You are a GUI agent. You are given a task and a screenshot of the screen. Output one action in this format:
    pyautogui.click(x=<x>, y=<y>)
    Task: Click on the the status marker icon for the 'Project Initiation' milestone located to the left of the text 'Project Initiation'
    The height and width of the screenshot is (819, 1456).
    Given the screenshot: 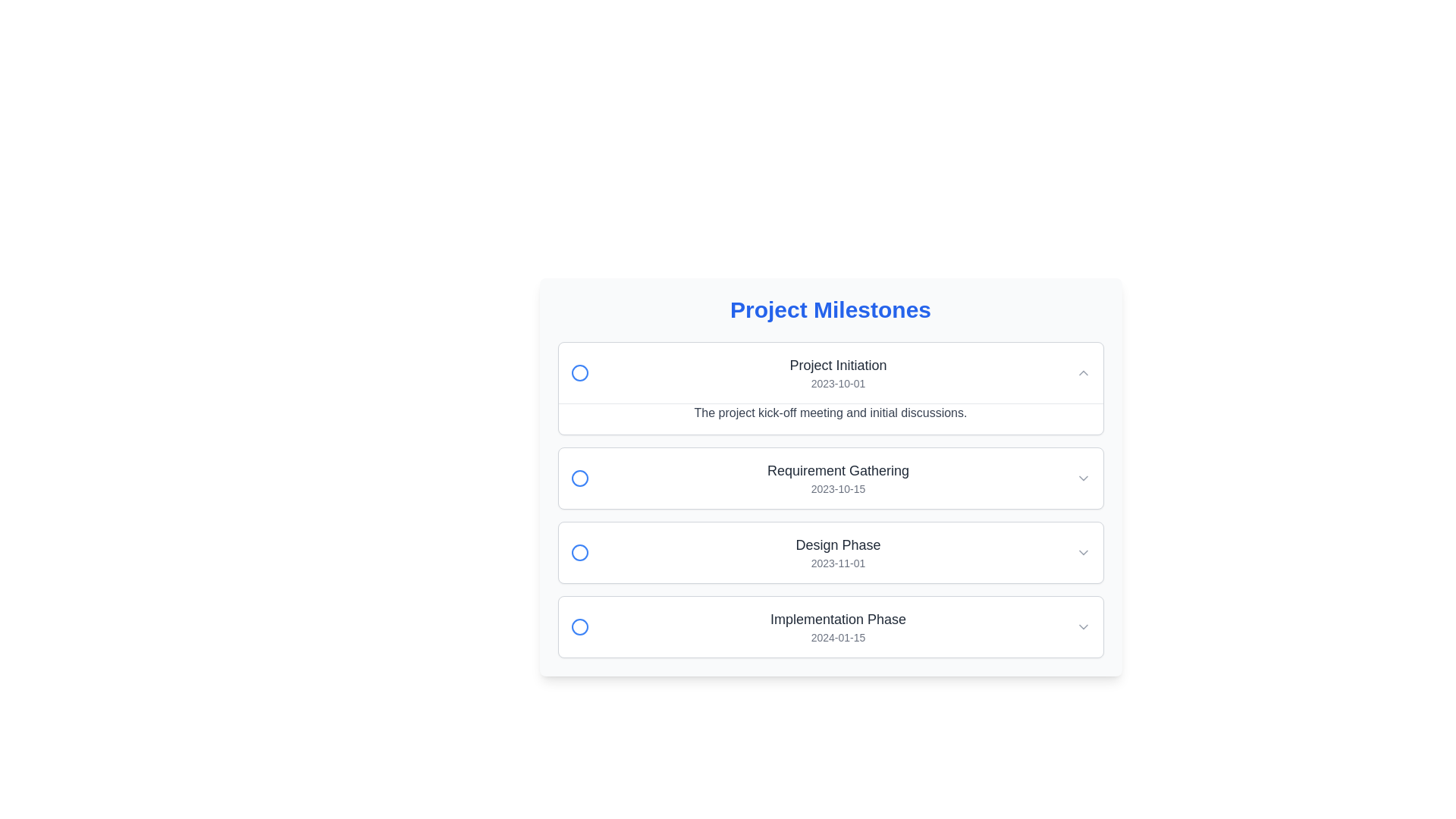 What is the action you would take?
    pyautogui.click(x=579, y=373)
    